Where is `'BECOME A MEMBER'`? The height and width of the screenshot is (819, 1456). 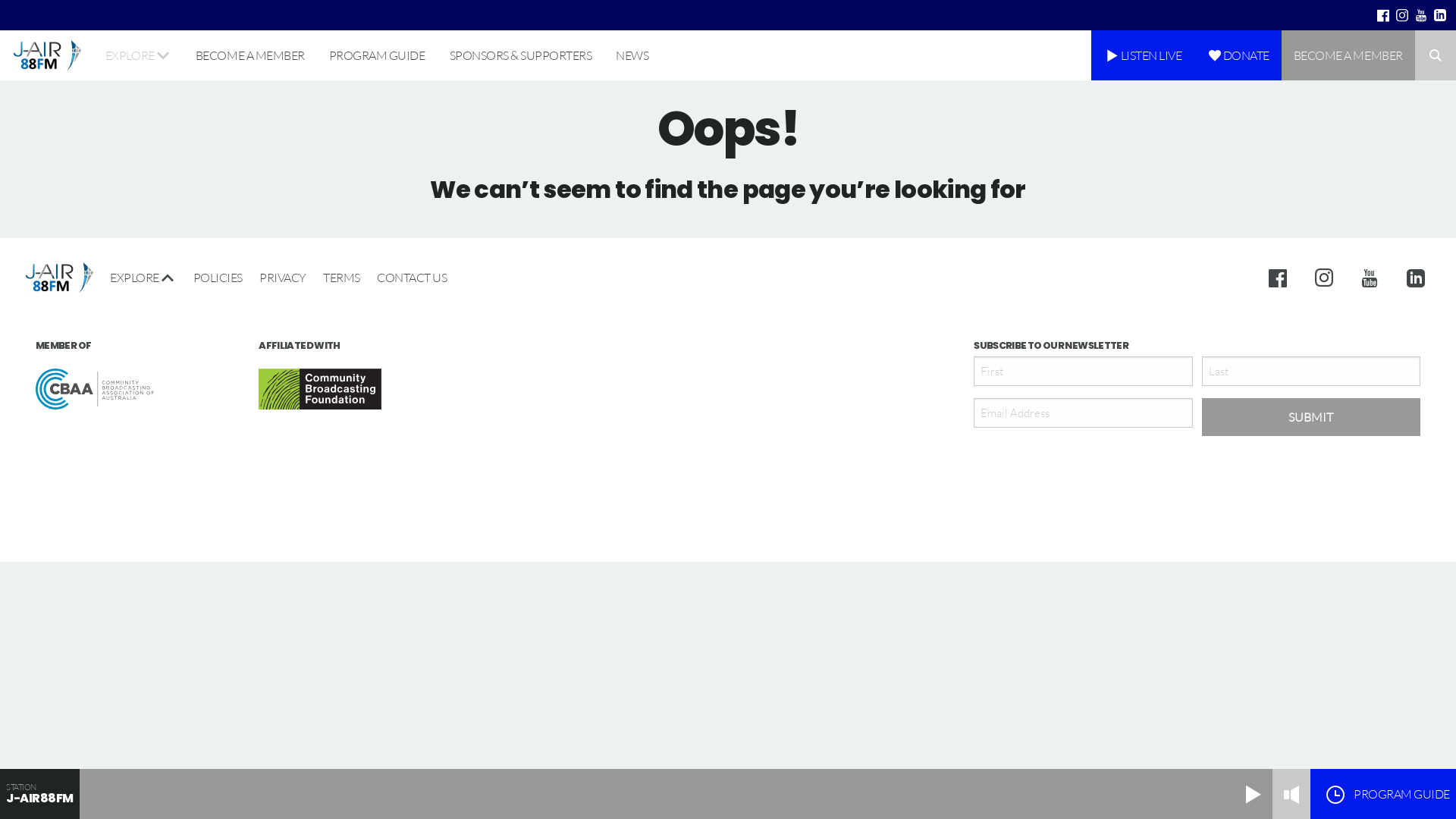 'BECOME A MEMBER' is located at coordinates (182, 55).